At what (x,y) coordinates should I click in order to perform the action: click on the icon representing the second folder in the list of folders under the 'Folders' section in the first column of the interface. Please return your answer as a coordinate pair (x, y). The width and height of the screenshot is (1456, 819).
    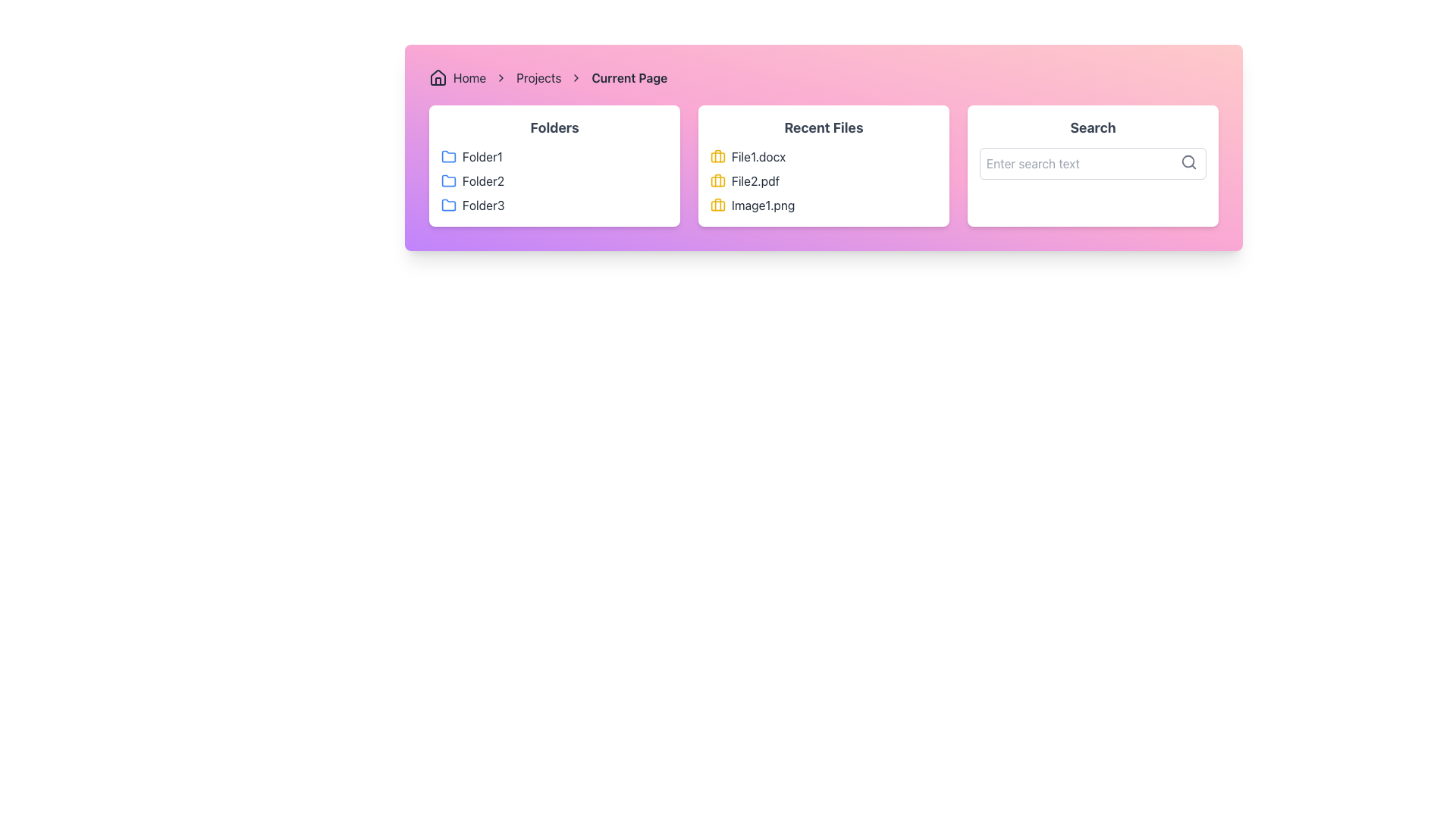
    Looking at the image, I should click on (447, 180).